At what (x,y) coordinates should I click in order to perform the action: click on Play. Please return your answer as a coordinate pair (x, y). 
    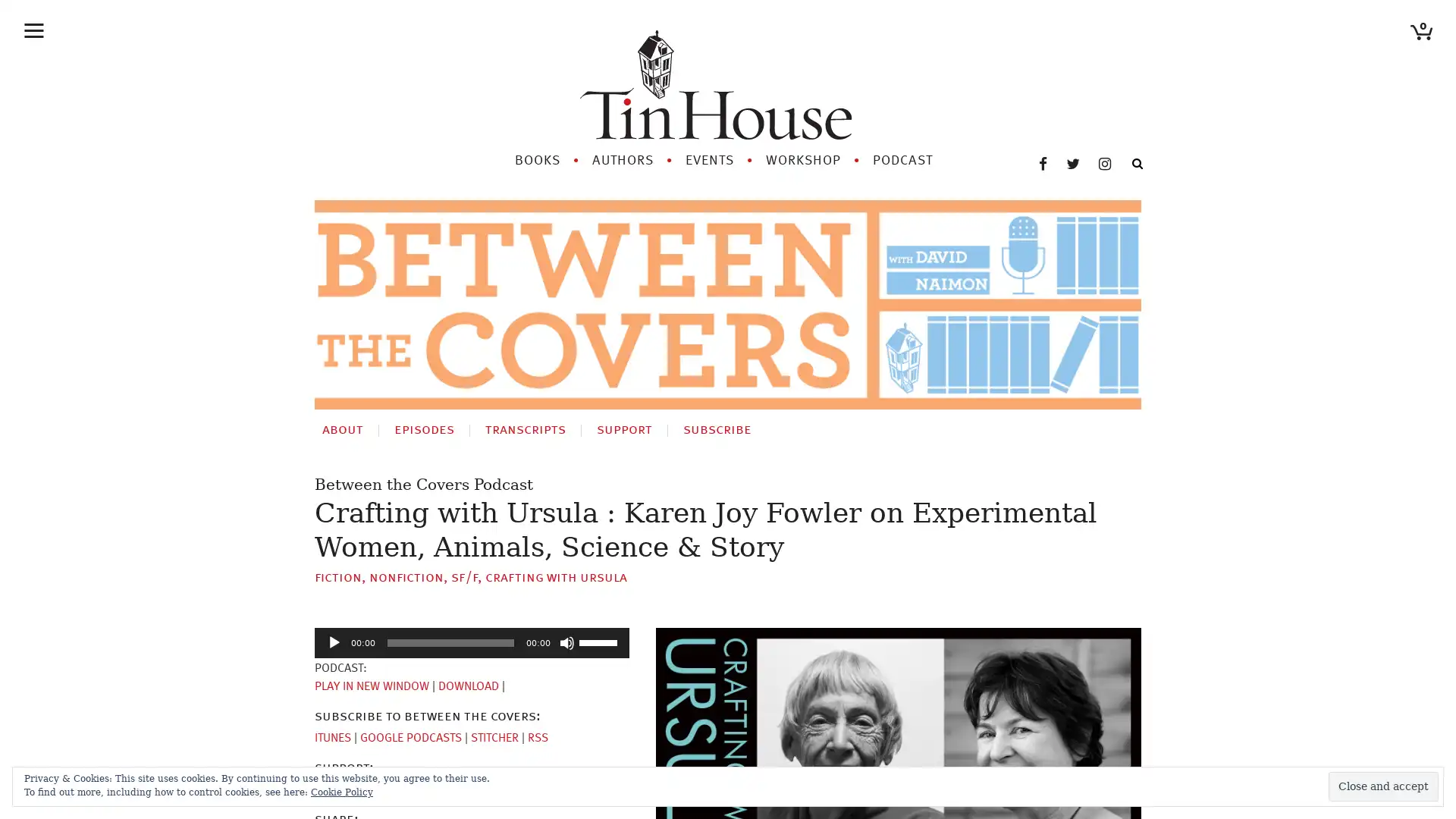
    Looking at the image, I should click on (334, 642).